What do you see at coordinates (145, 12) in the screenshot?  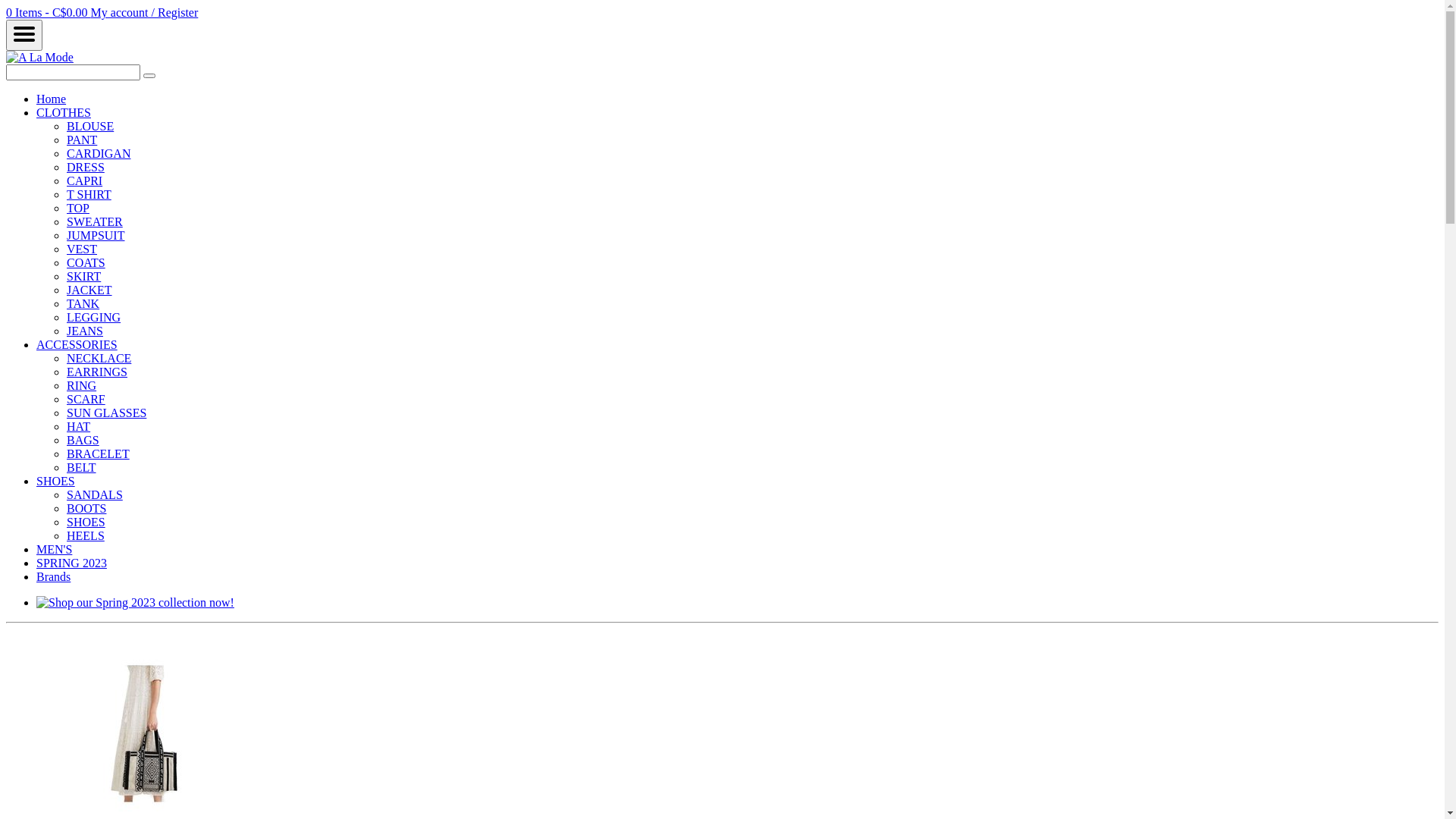 I see `'My account / Register'` at bounding box center [145, 12].